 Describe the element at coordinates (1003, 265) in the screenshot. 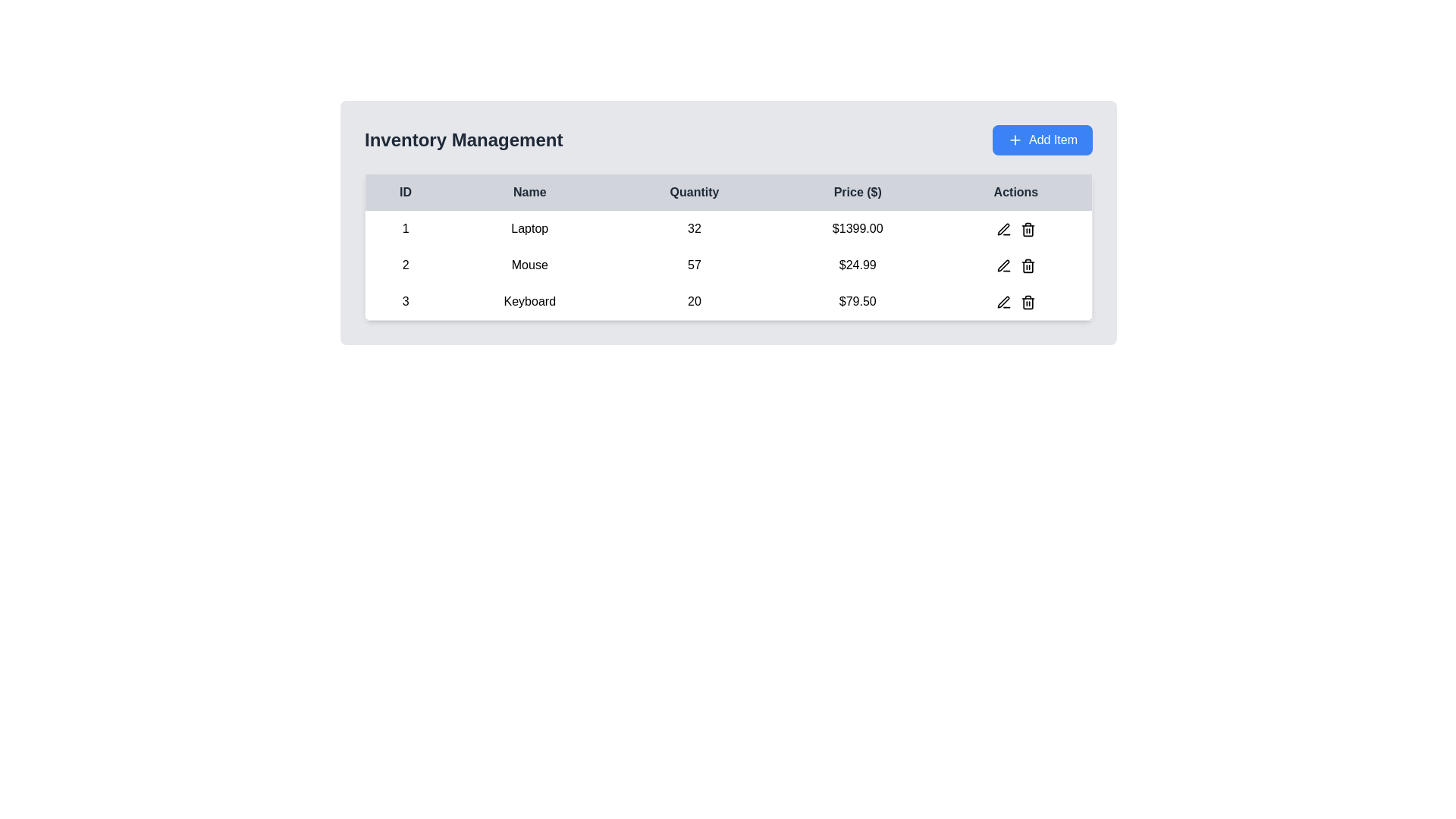

I see `the pen icon button` at that location.